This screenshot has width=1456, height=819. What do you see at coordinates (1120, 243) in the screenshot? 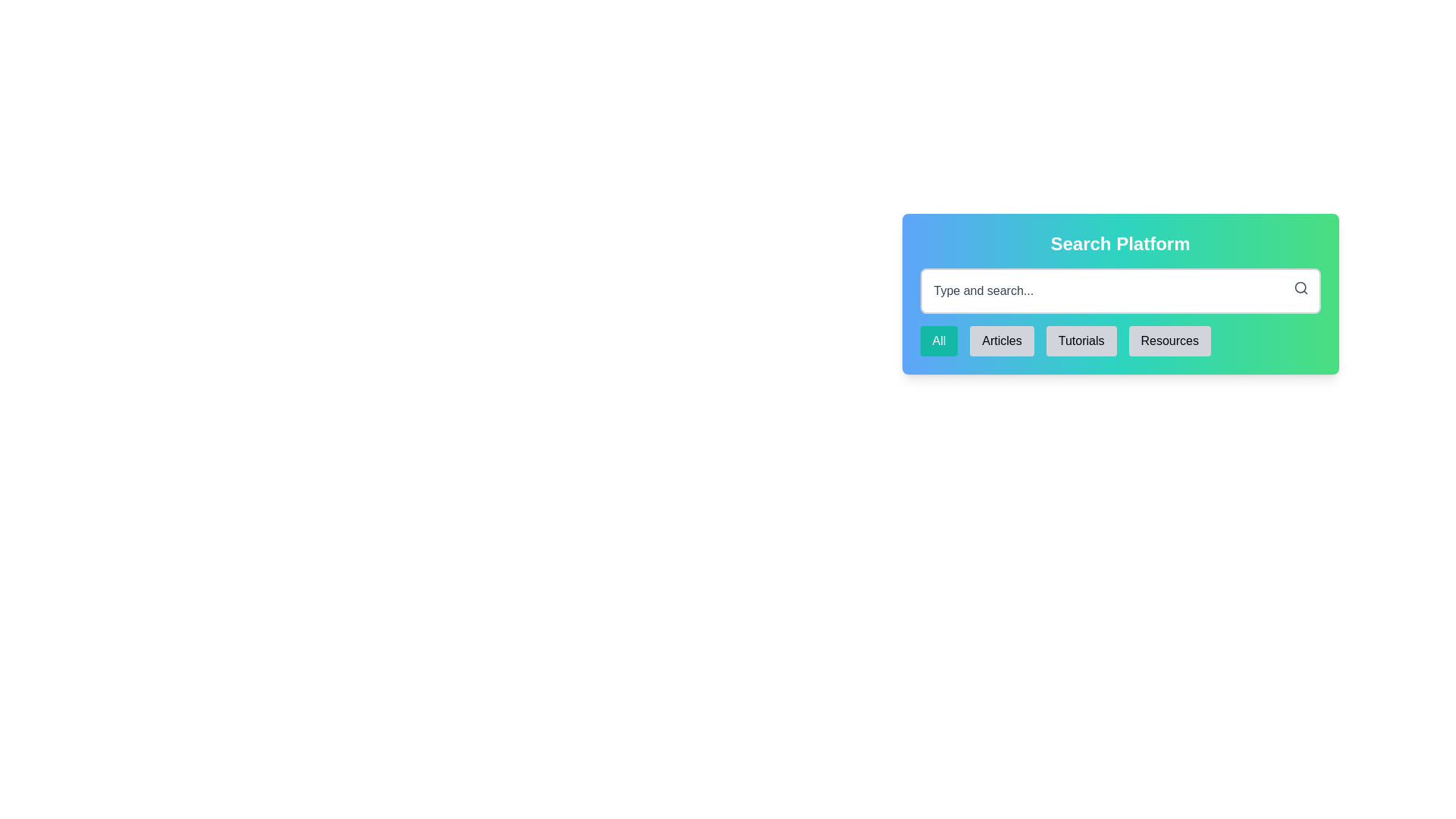
I see `the Text Label which serves as a title for the 'Search Platform' section` at bounding box center [1120, 243].